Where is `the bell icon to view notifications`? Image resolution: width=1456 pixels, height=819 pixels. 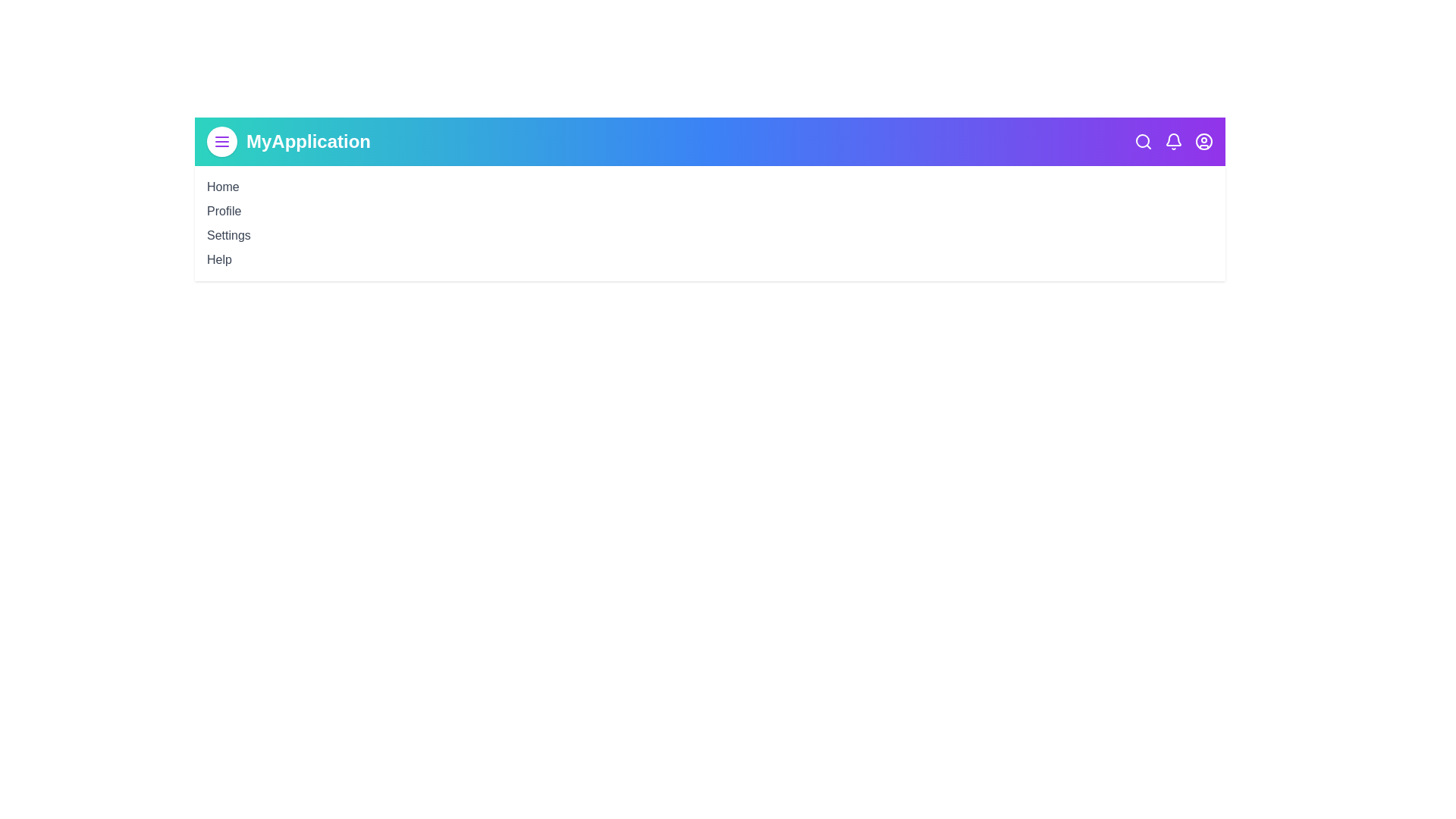
the bell icon to view notifications is located at coordinates (1173, 141).